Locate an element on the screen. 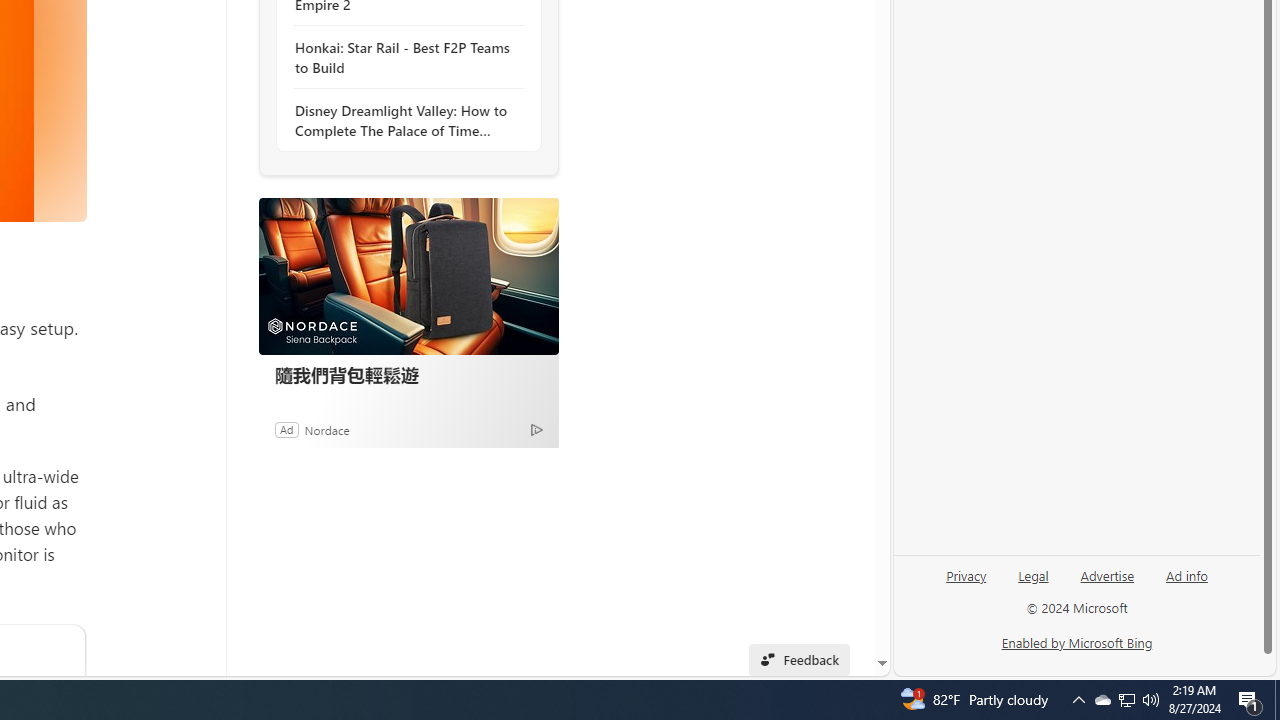 The height and width of the screenshot is (720, 1280). 'Ad' is located at coordinates (285, 428).